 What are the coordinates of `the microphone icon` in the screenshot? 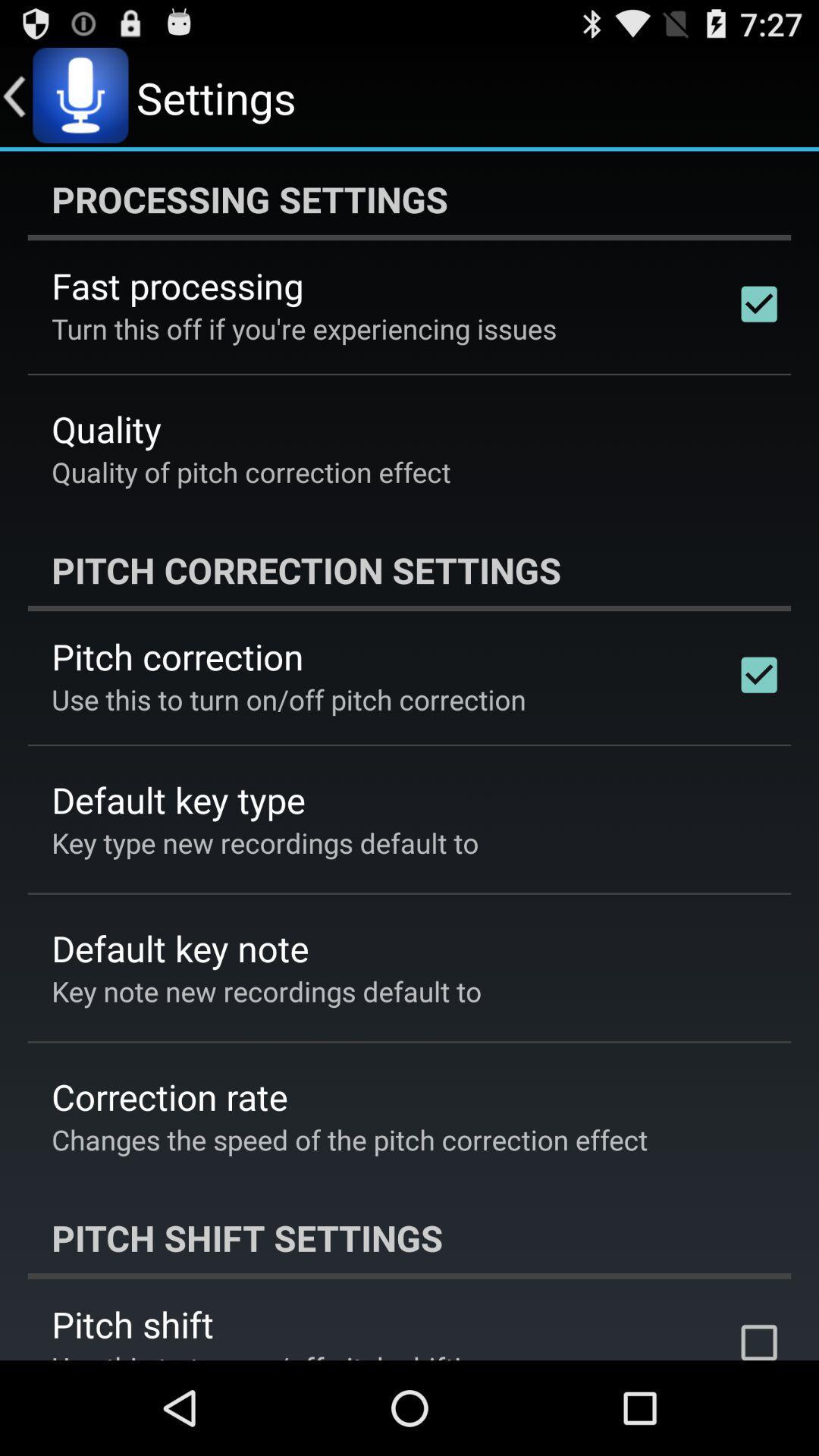 It's located at (63, 101).